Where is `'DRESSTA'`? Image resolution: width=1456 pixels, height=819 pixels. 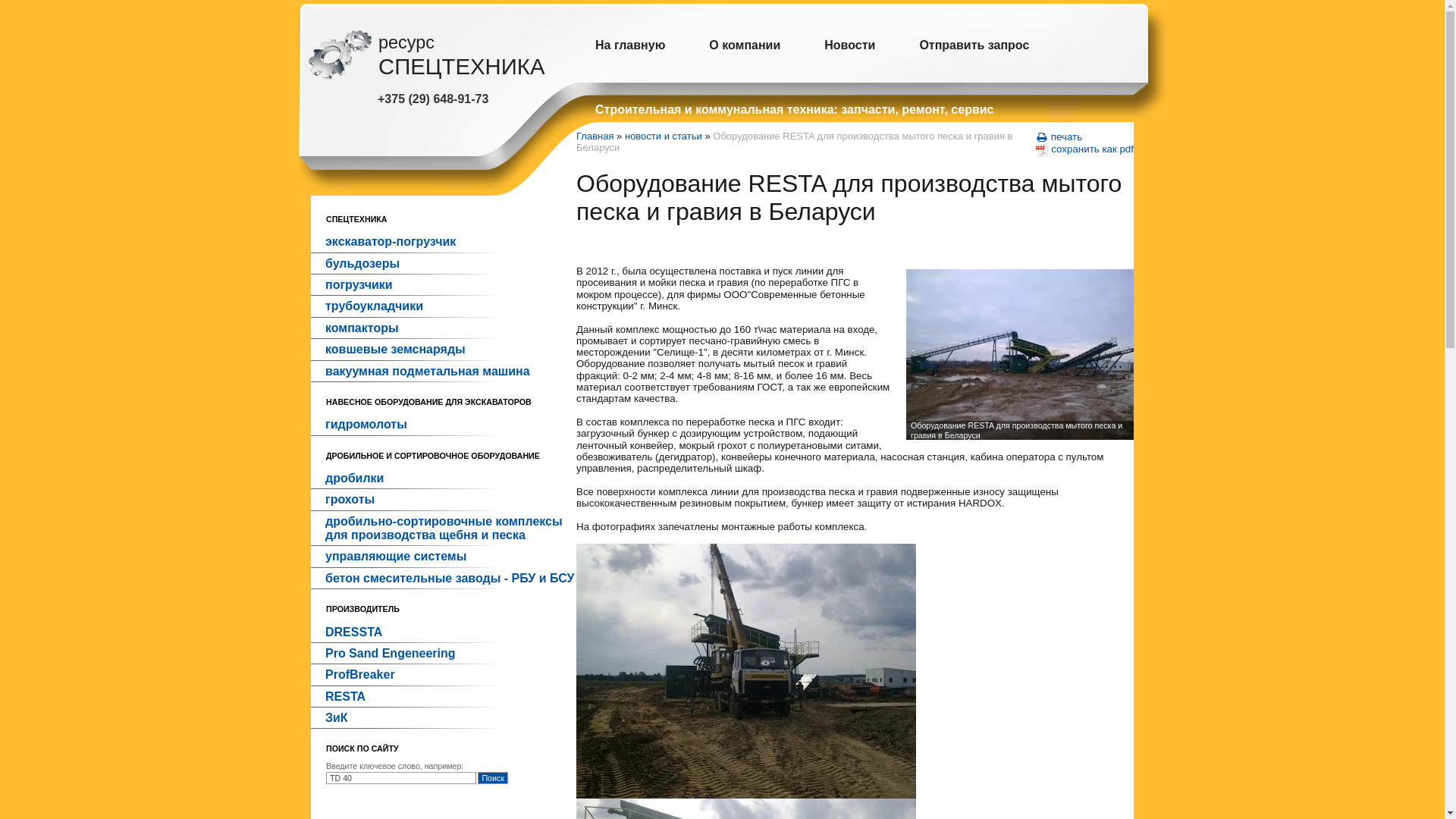 'DRESSTA' is located at coordinates (309, 632).